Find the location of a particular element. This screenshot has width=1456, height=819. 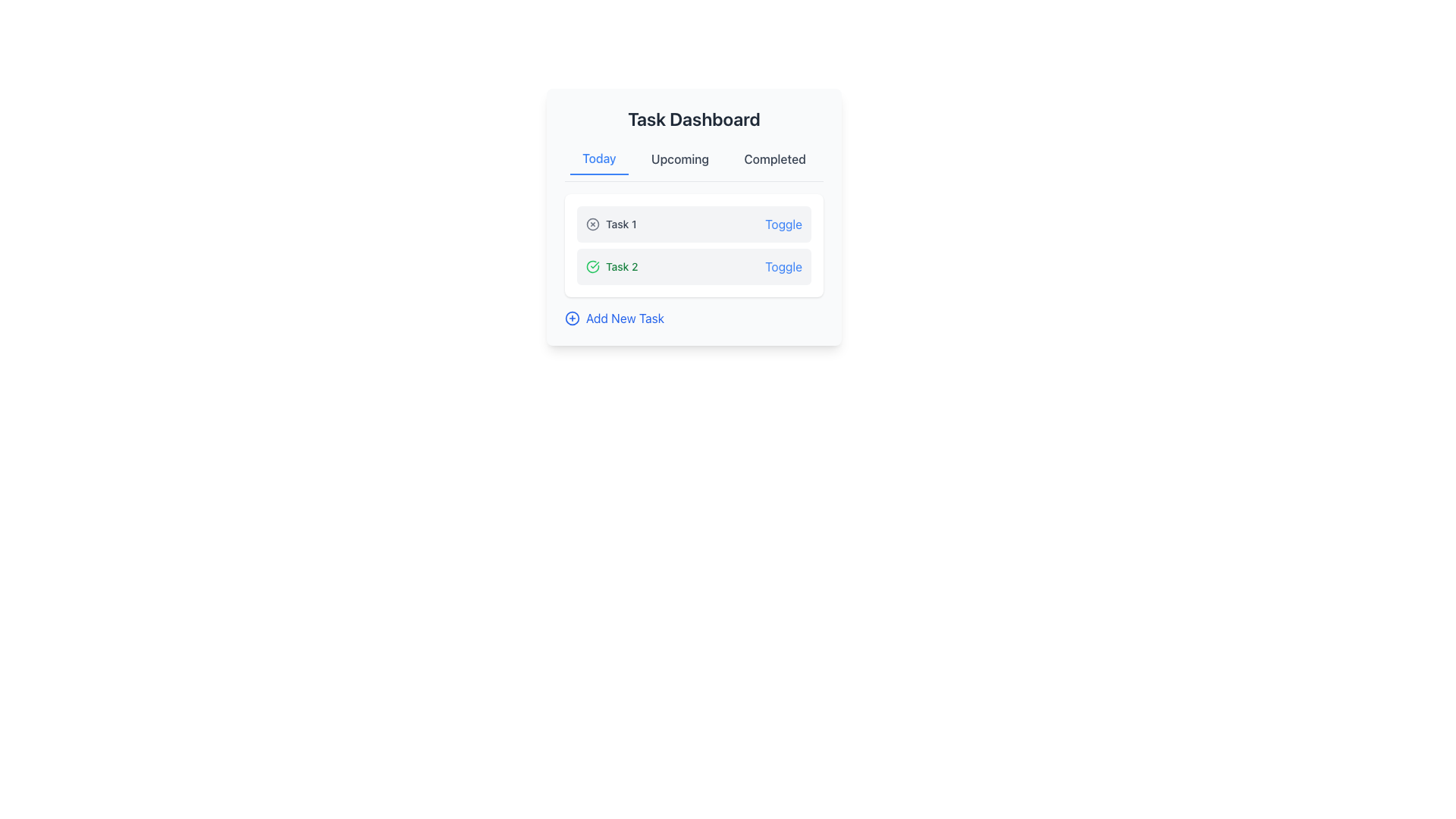

the circular visual marker icon located in the second task row under the 'Today' header in the Task Dashboard is located at coordinates (592, 265).